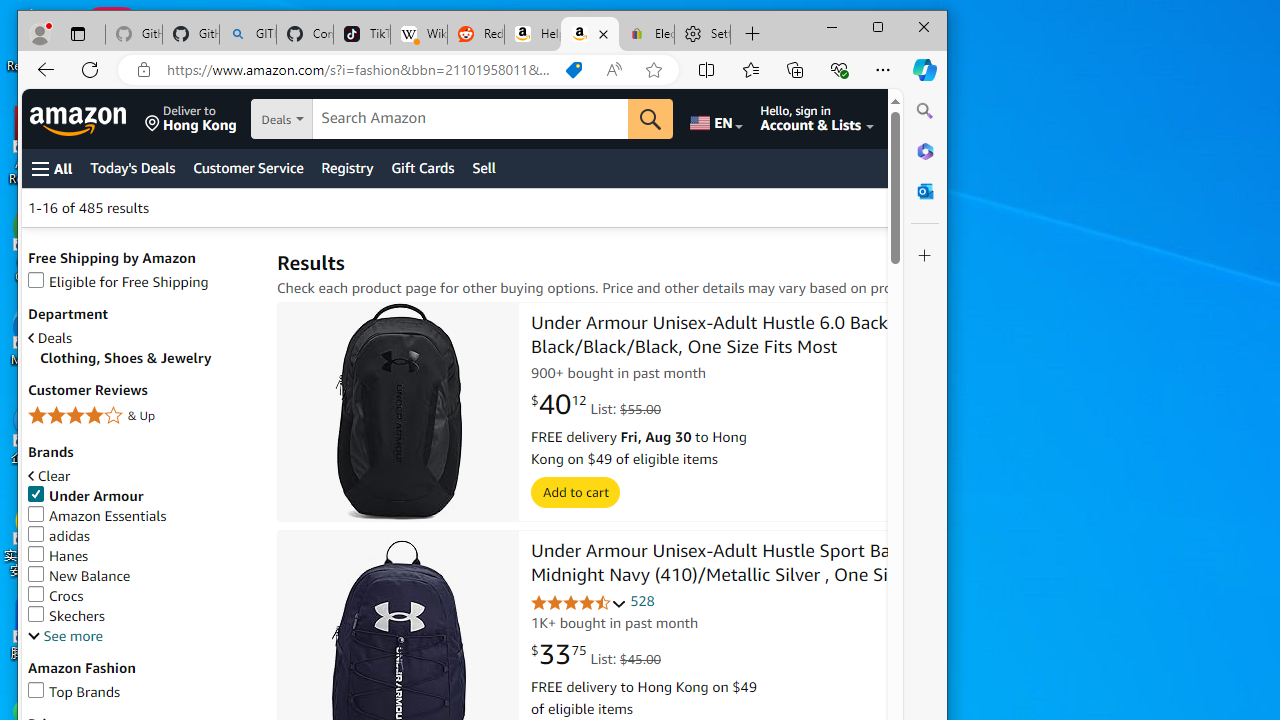 The height and width of the screenshot is (720, 1280). I want to click on 'Amazon Essentials', so click(96, 515).